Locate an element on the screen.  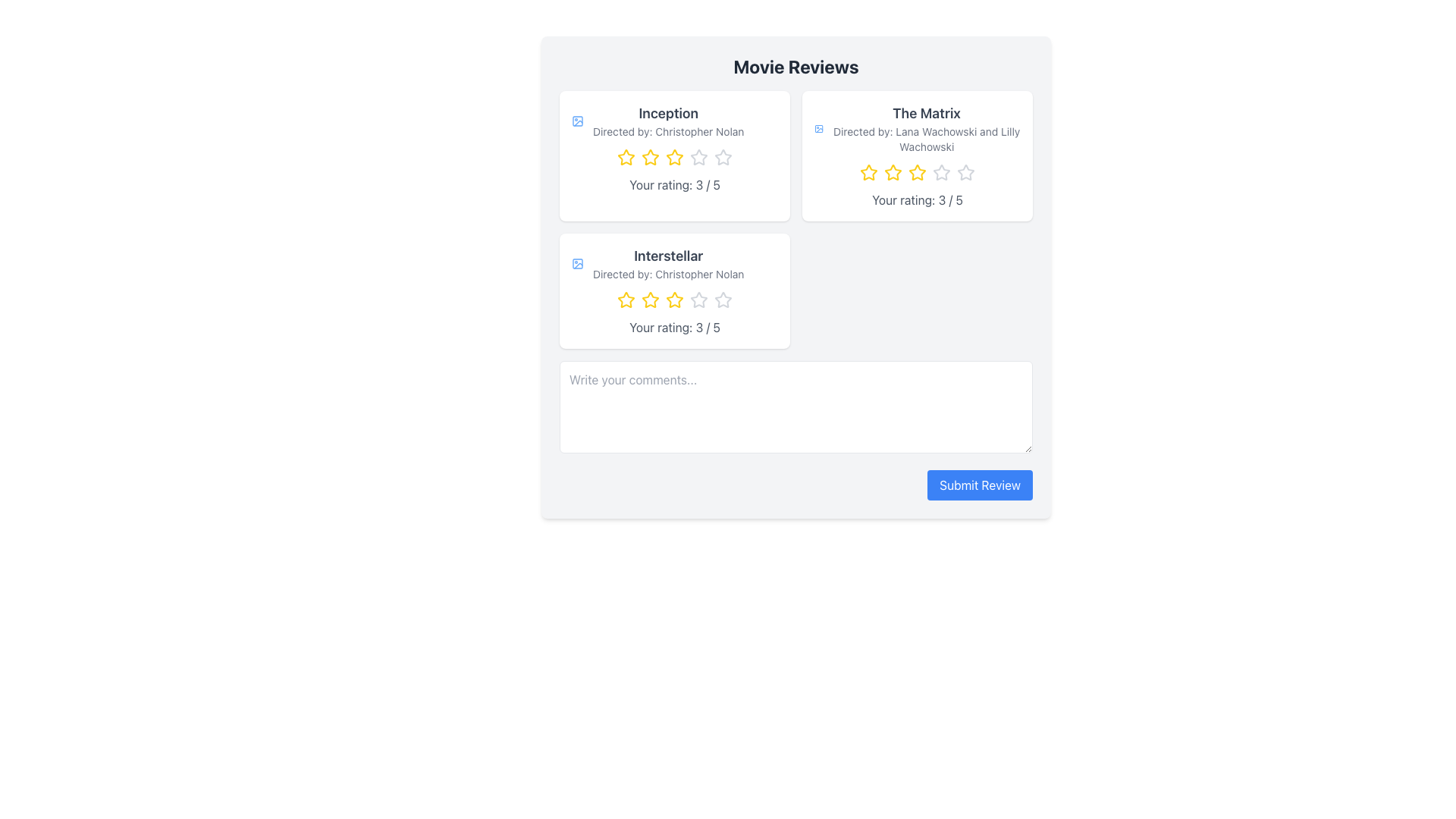
the Rating stars component located in the 'Interstellar' review section is located at coordinates (673, 300).